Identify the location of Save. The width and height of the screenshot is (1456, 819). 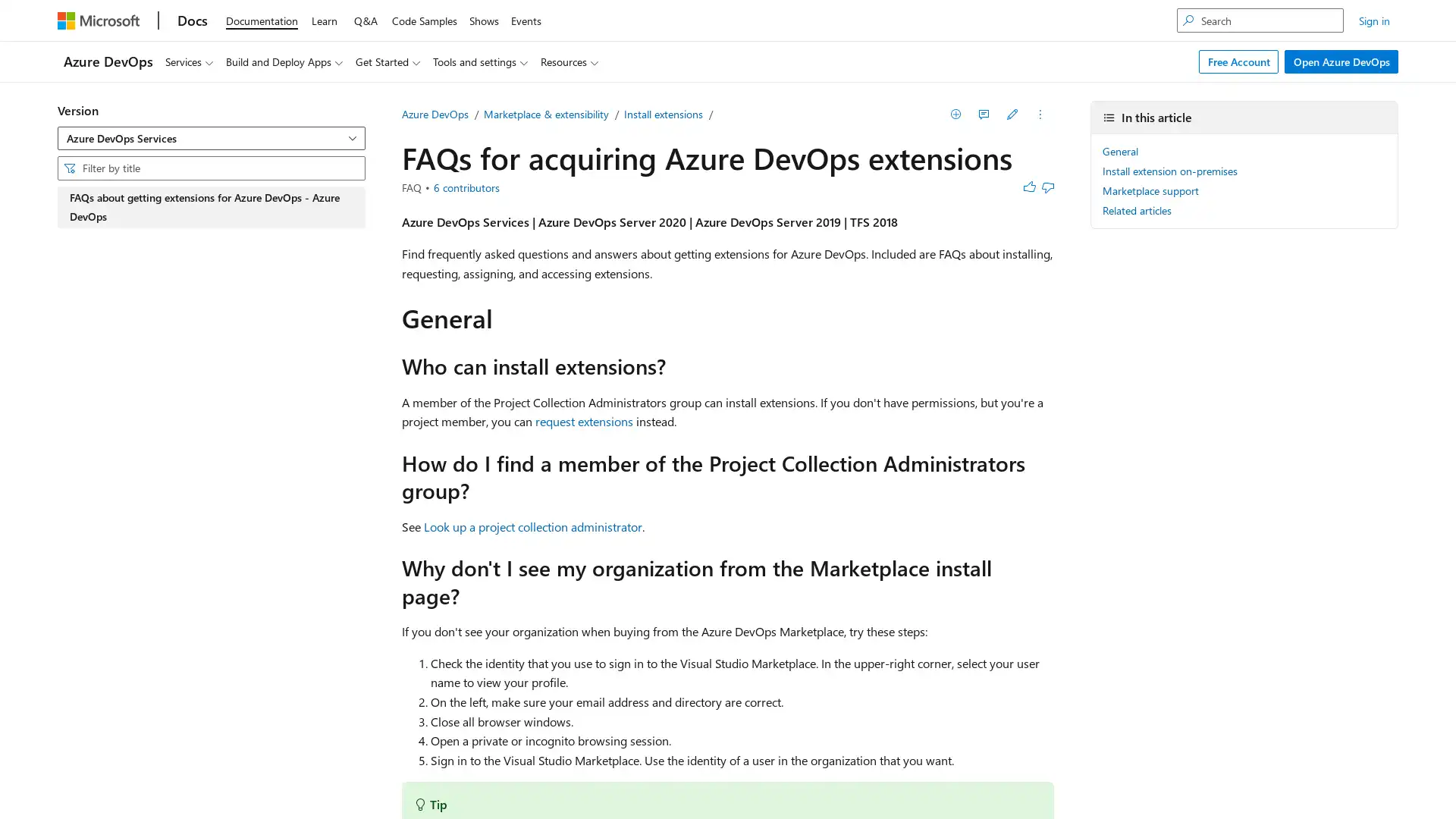
(955, 113).